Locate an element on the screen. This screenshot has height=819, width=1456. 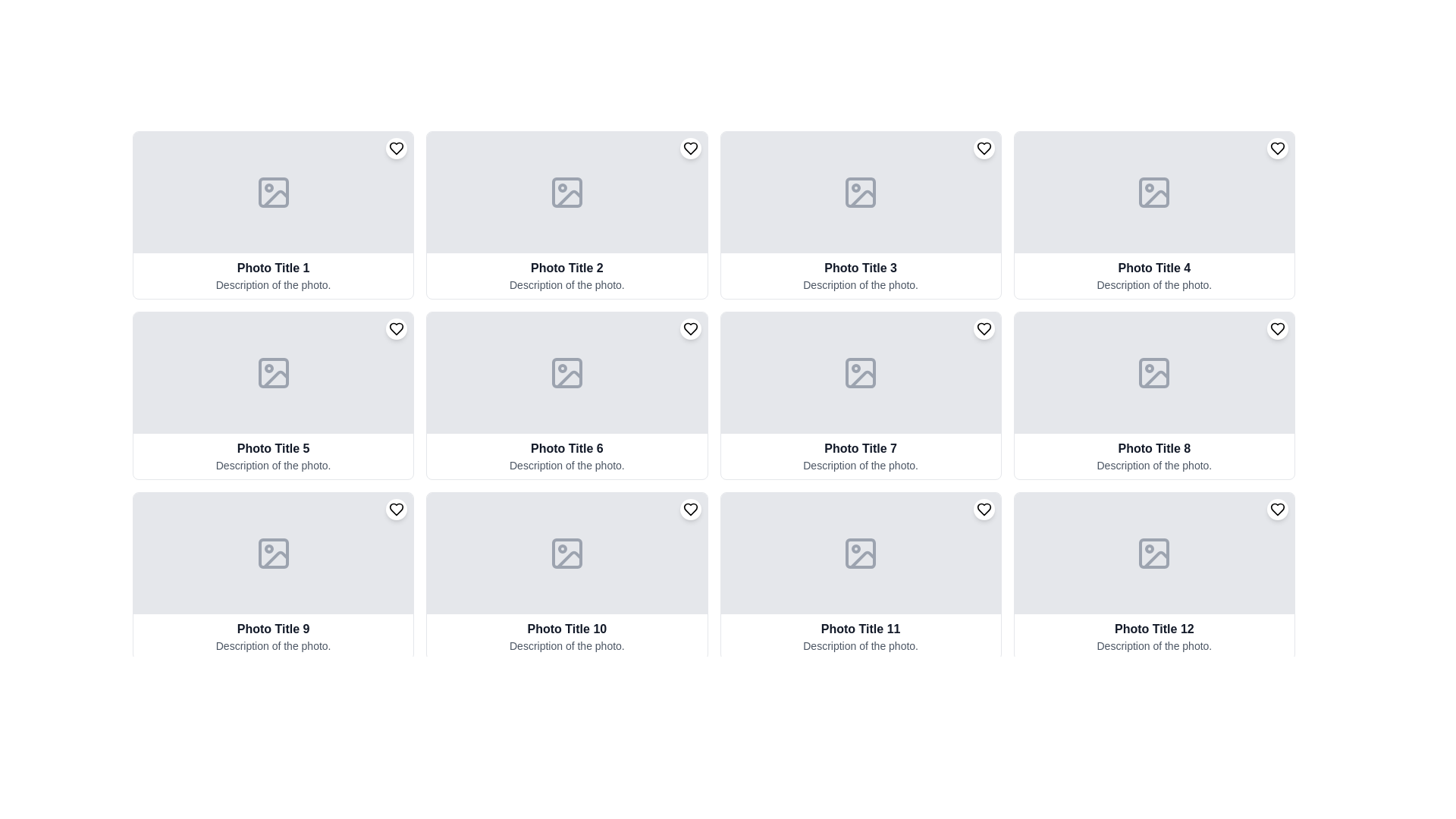
the SVG graphical element representing the image icon associated with 'Photo Title 3' in the top-right quadrant of its card, indicating where an image would be displayed is located at coordinates (861, 192).